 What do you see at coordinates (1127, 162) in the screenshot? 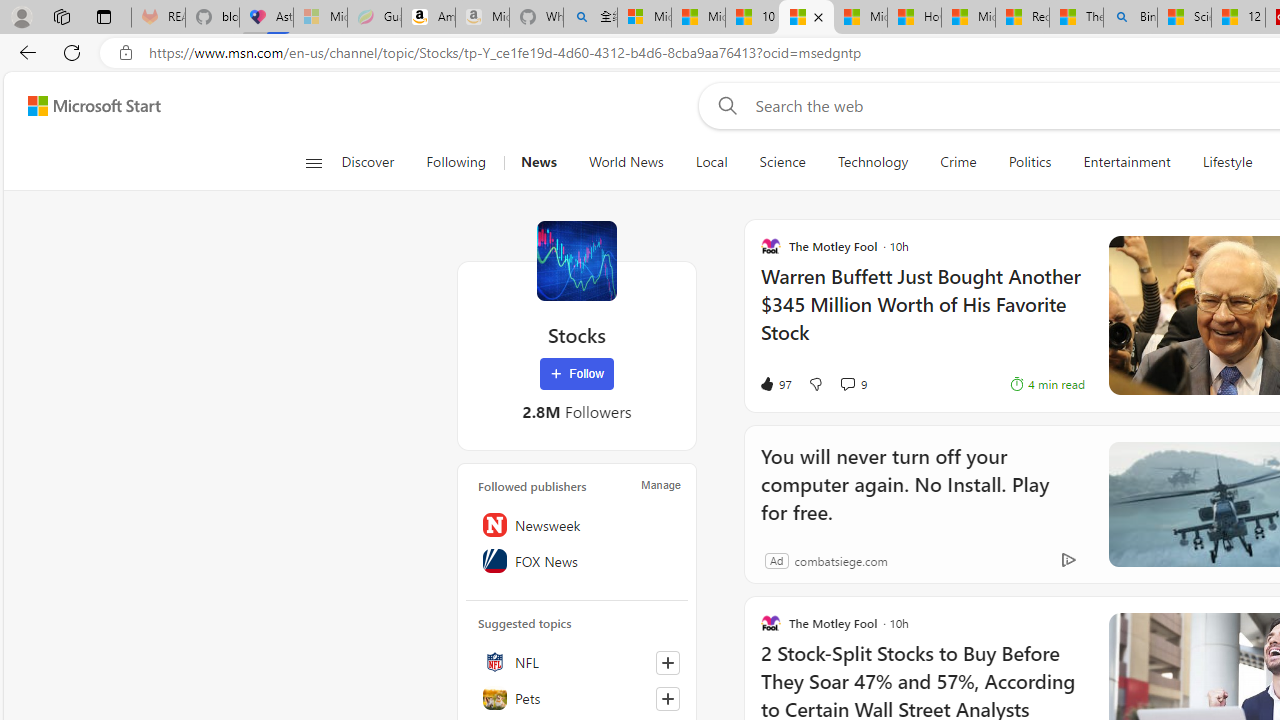
I see `'Entertainment'` at bounding box center [1127, 162].